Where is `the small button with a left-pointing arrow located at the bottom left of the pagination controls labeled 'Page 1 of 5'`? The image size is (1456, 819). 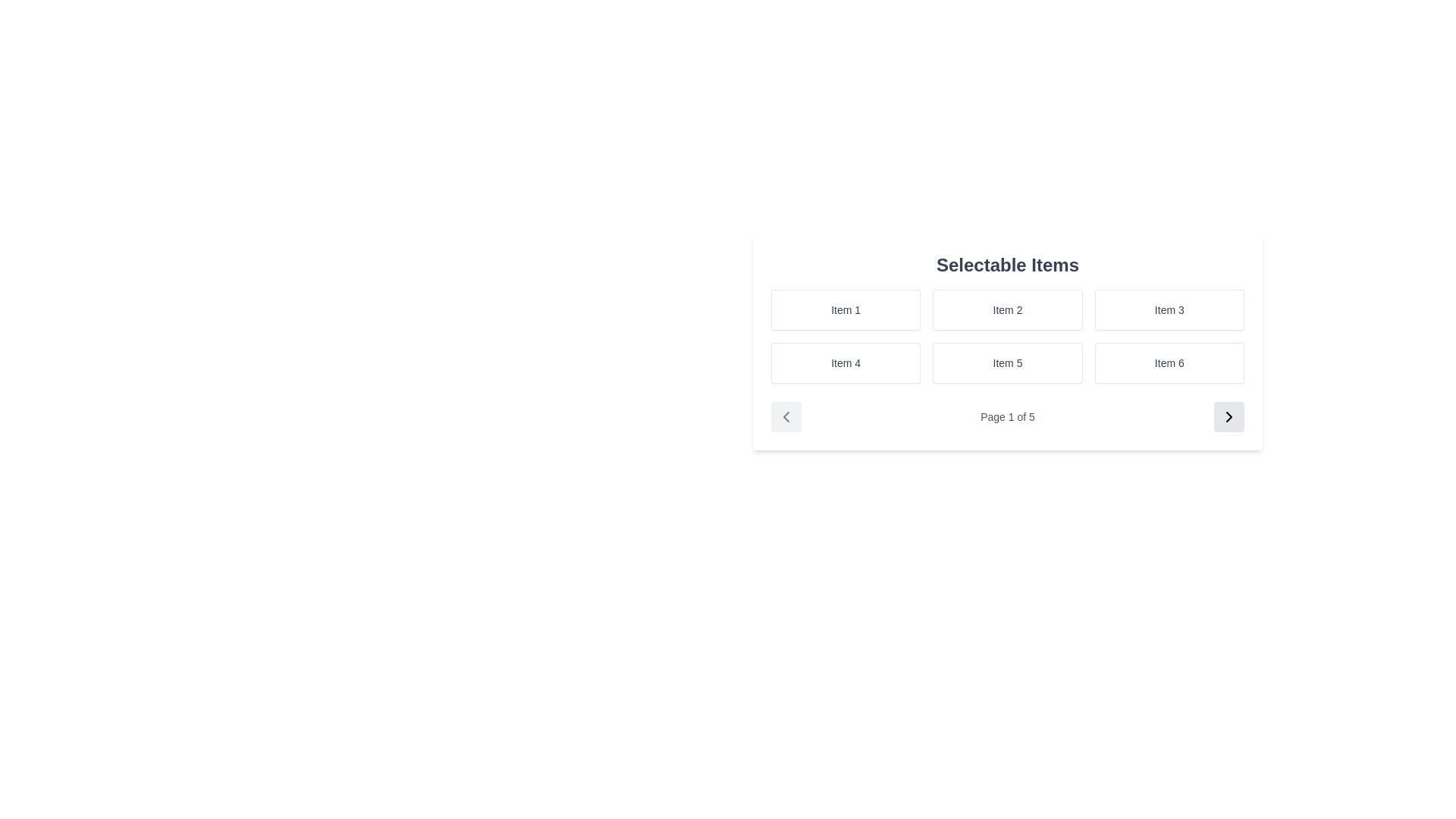
the small button with a left-pointing arrow located at the bottom left of the pagination controls labeled 'Page 1 of 5' is located at coordinates (786, 417).